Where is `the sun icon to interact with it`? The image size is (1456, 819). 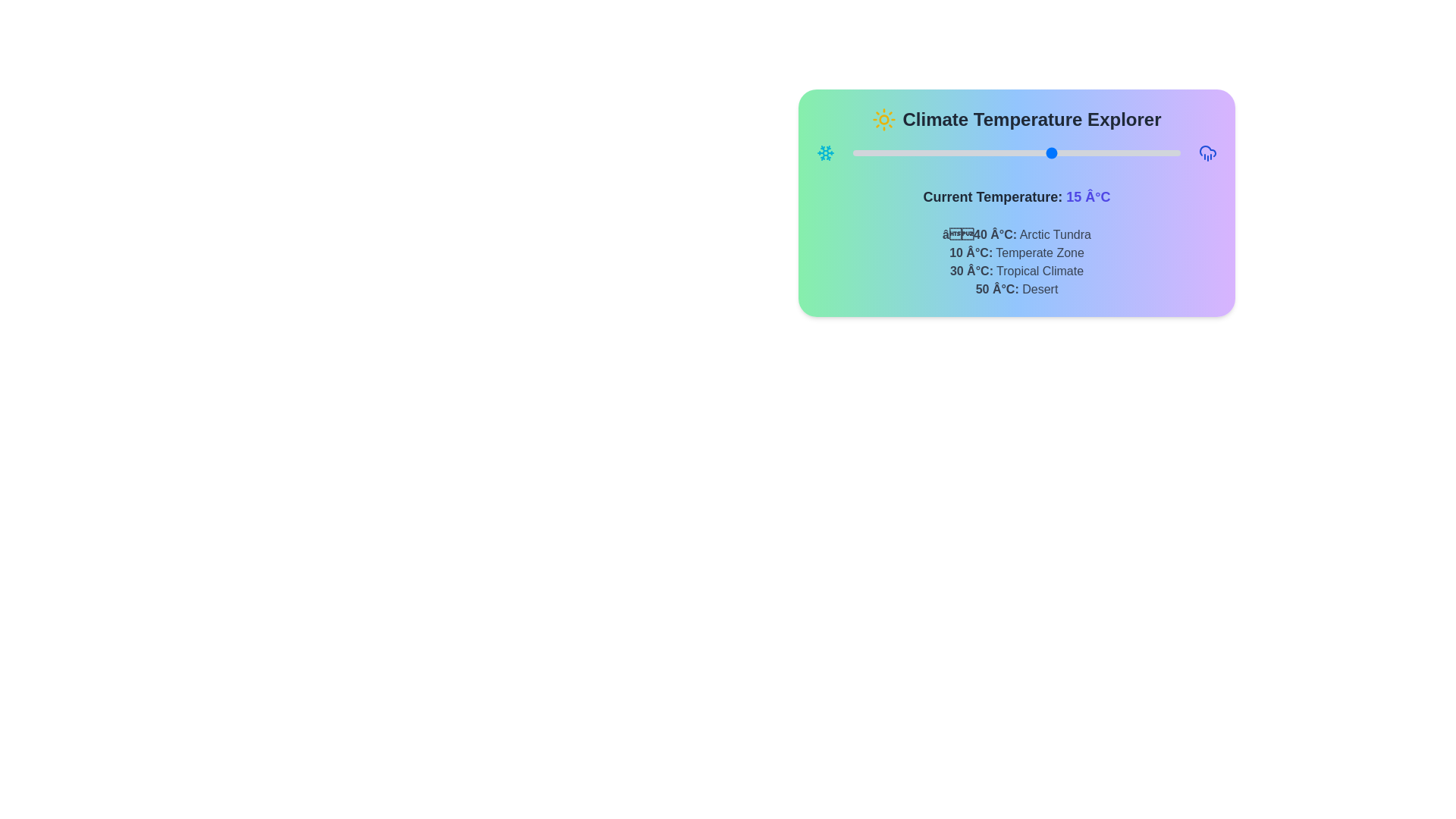 the sun icon to interact with it is located at coordinates (884, 119).